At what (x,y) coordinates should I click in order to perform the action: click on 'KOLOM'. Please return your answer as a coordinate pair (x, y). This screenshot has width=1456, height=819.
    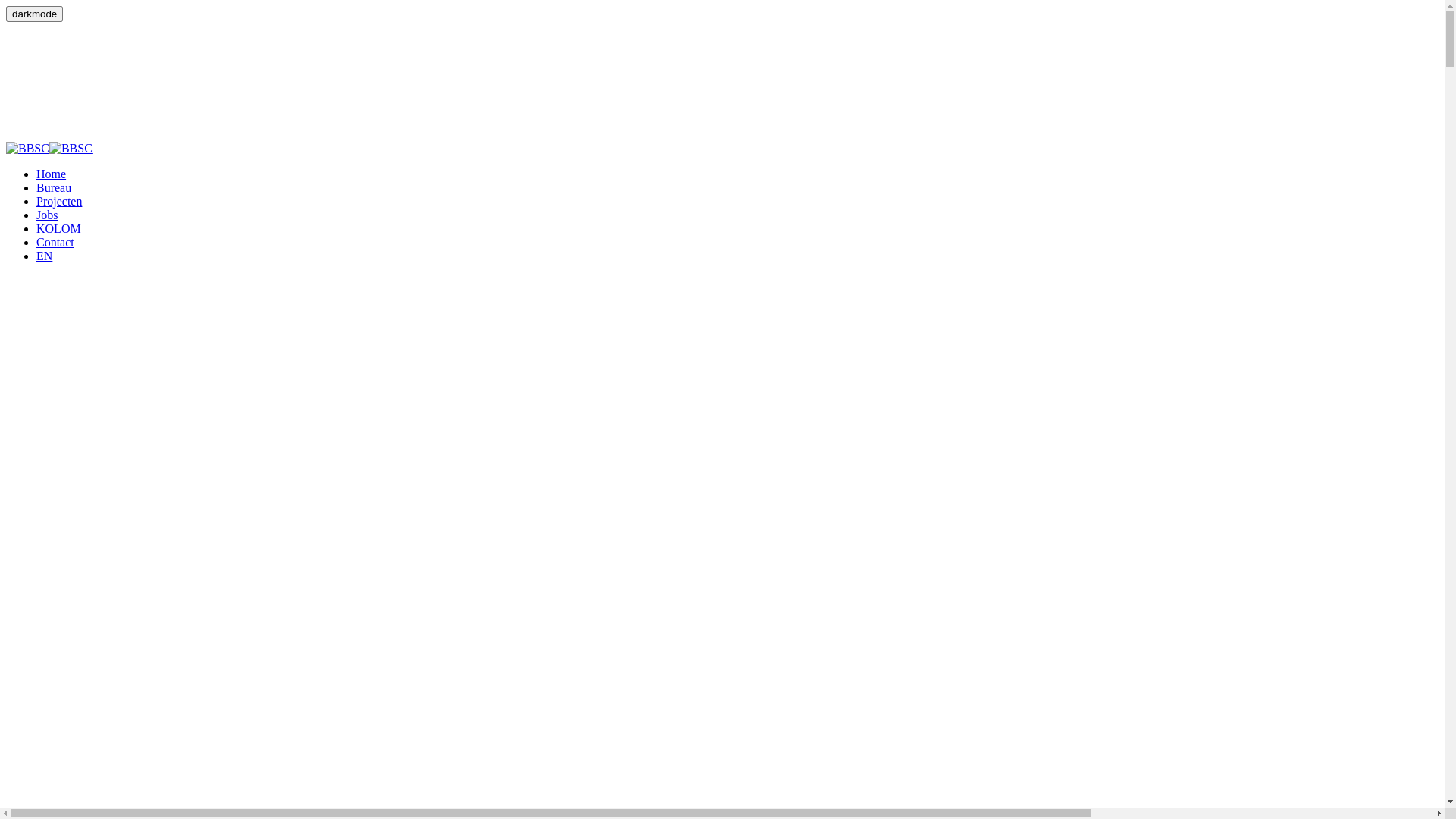
    Looking at the image, I should click on (58, 228).